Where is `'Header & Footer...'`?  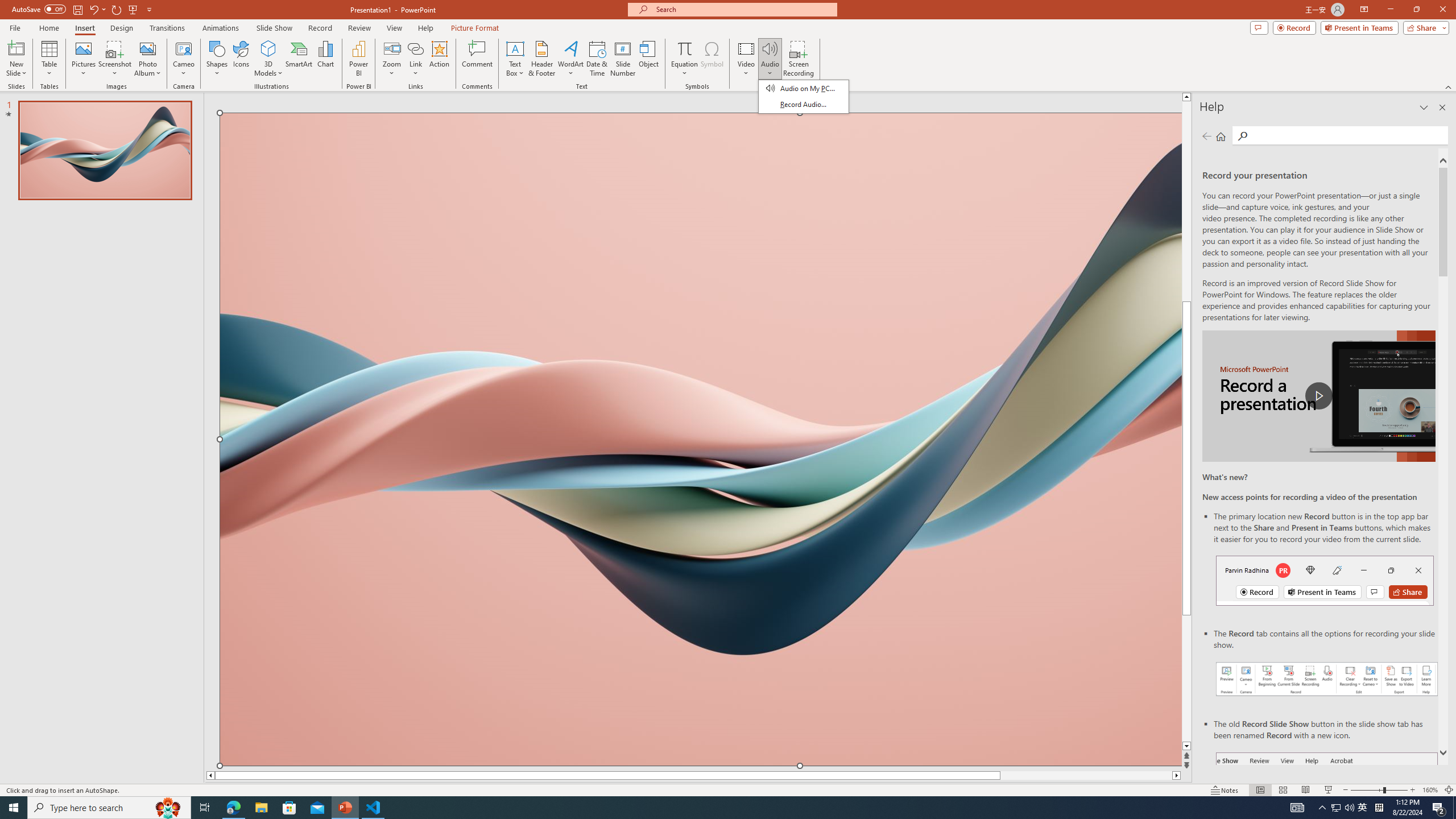 'Header & Footer...' is located at coordinates (541, 59).